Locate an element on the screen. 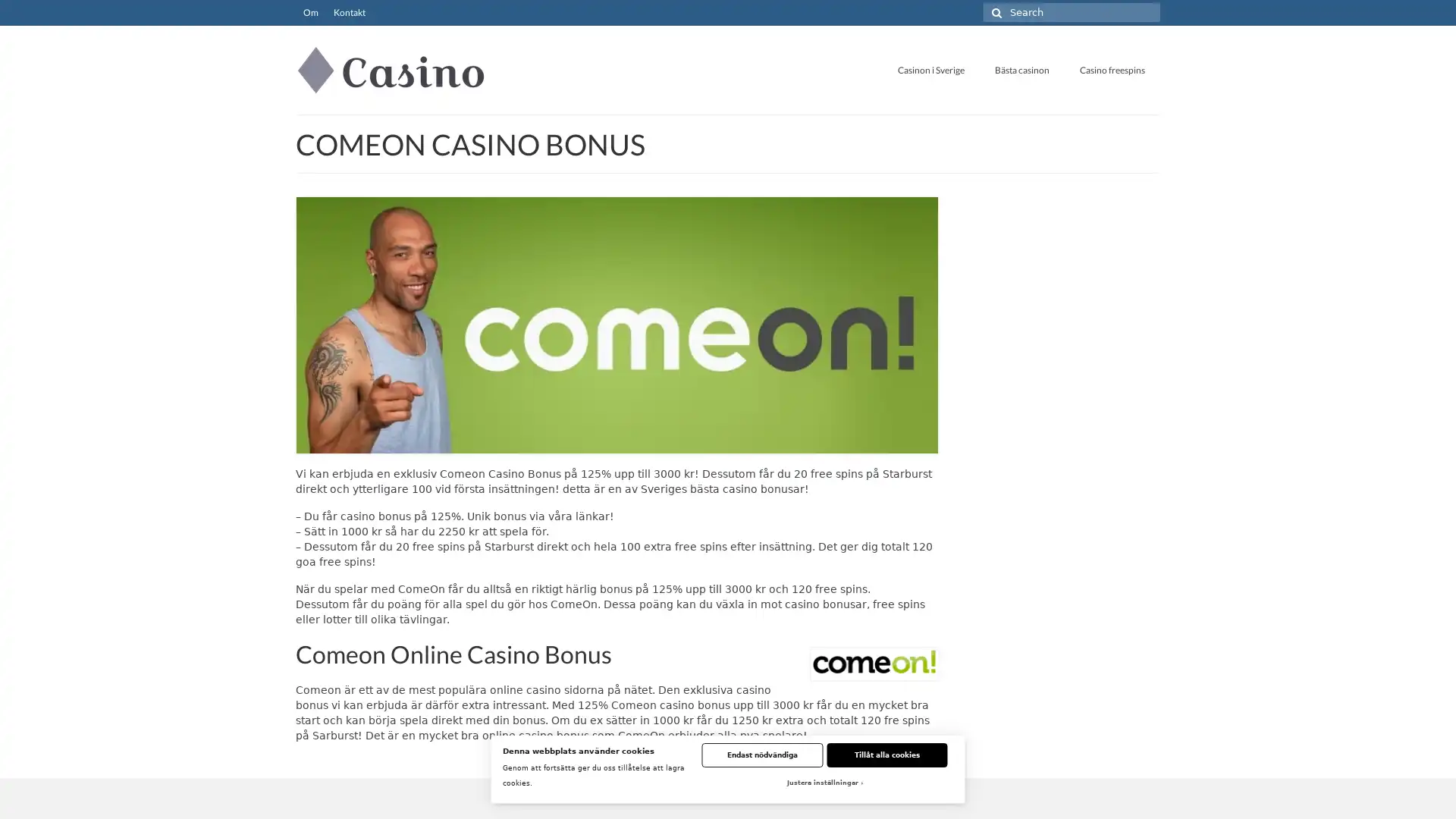 The width and height of the screenshot is (1456, 819). Endast nodvandiga is located at coordinates (761, 755).